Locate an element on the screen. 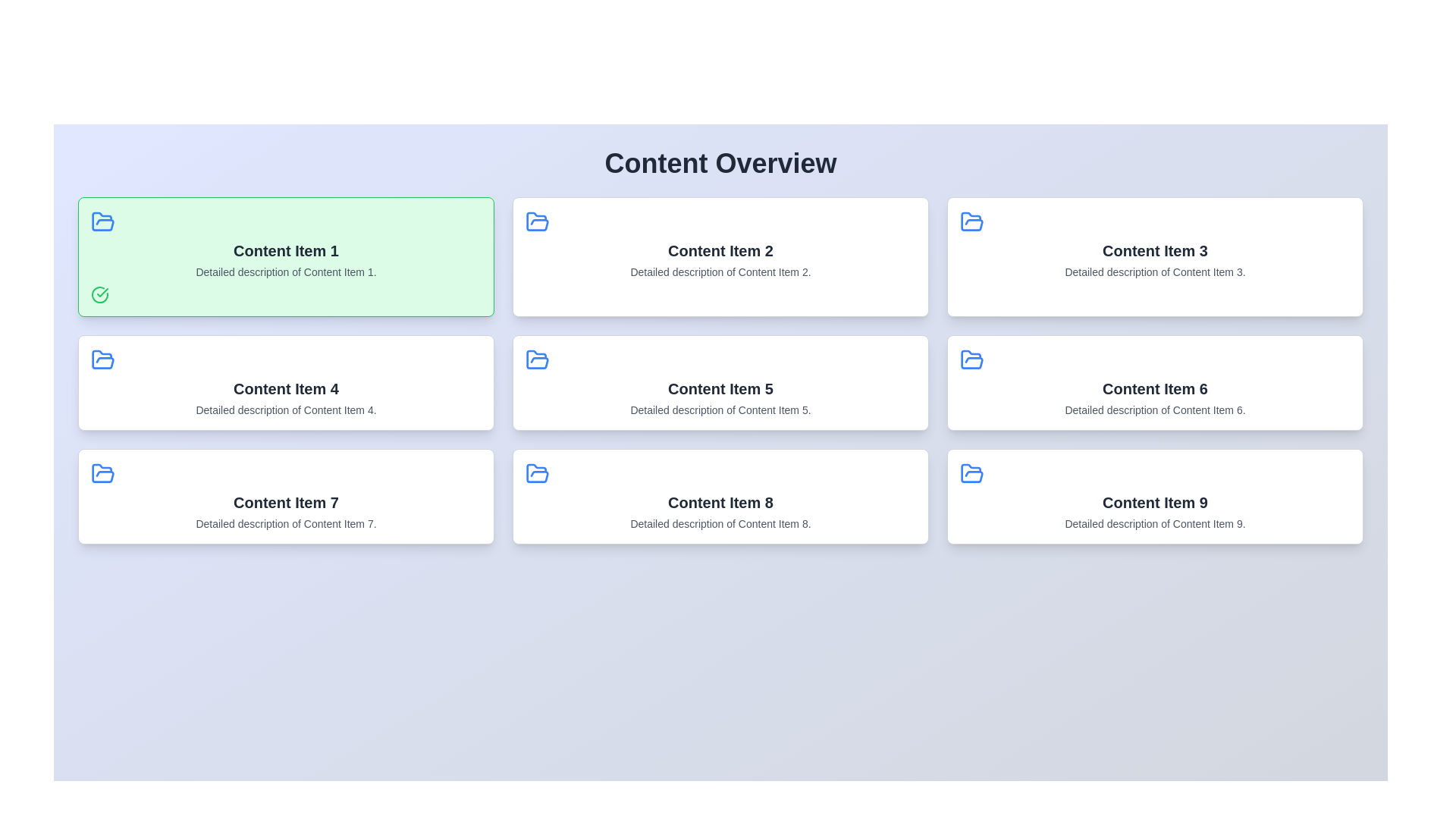  the card in the first row and third column of the grid under 'Content Overview' is located at coordinates (1154, 256).